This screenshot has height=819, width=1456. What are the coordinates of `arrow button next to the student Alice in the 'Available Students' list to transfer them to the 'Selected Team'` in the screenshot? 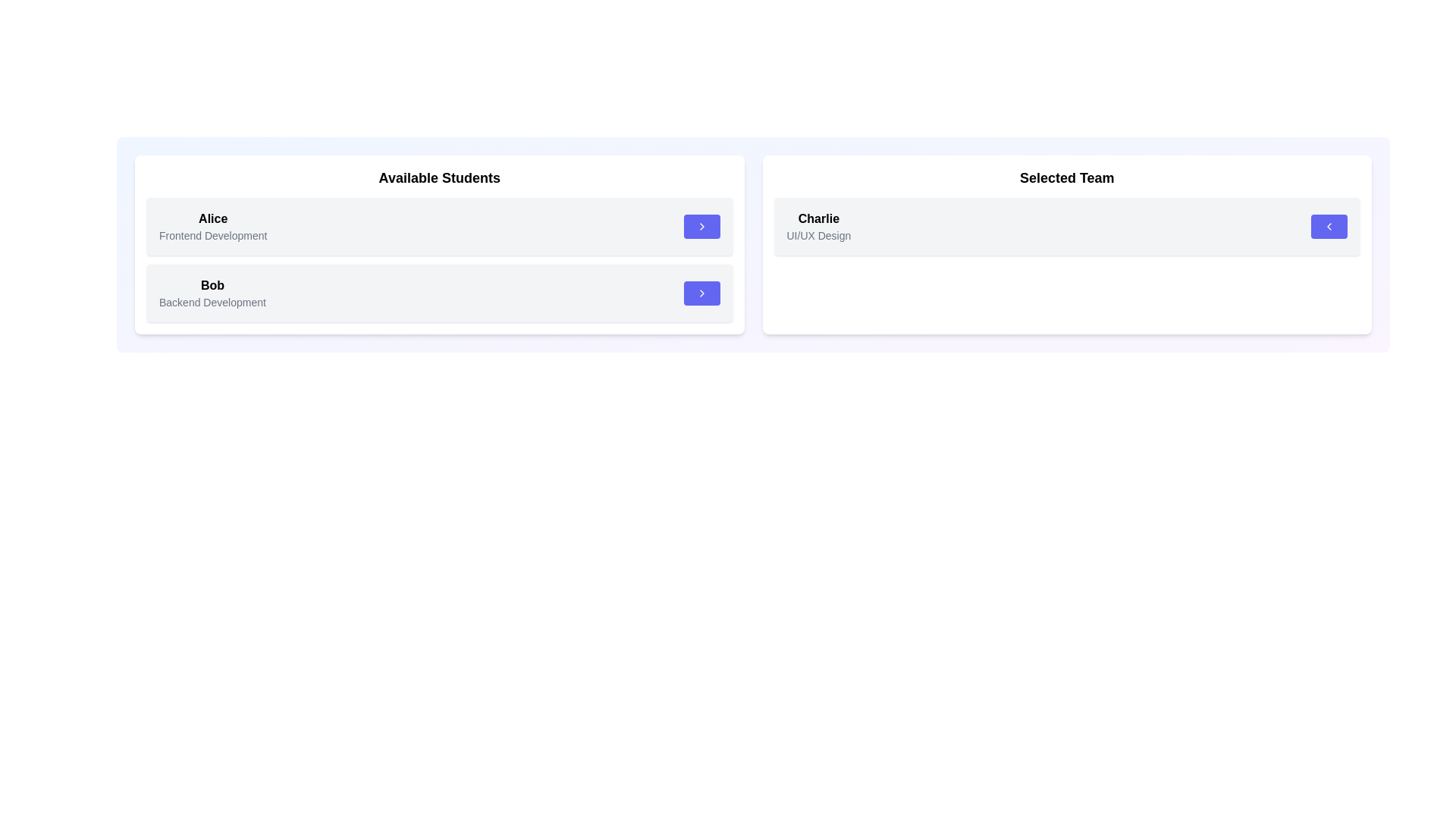 It's located at (701, 227).